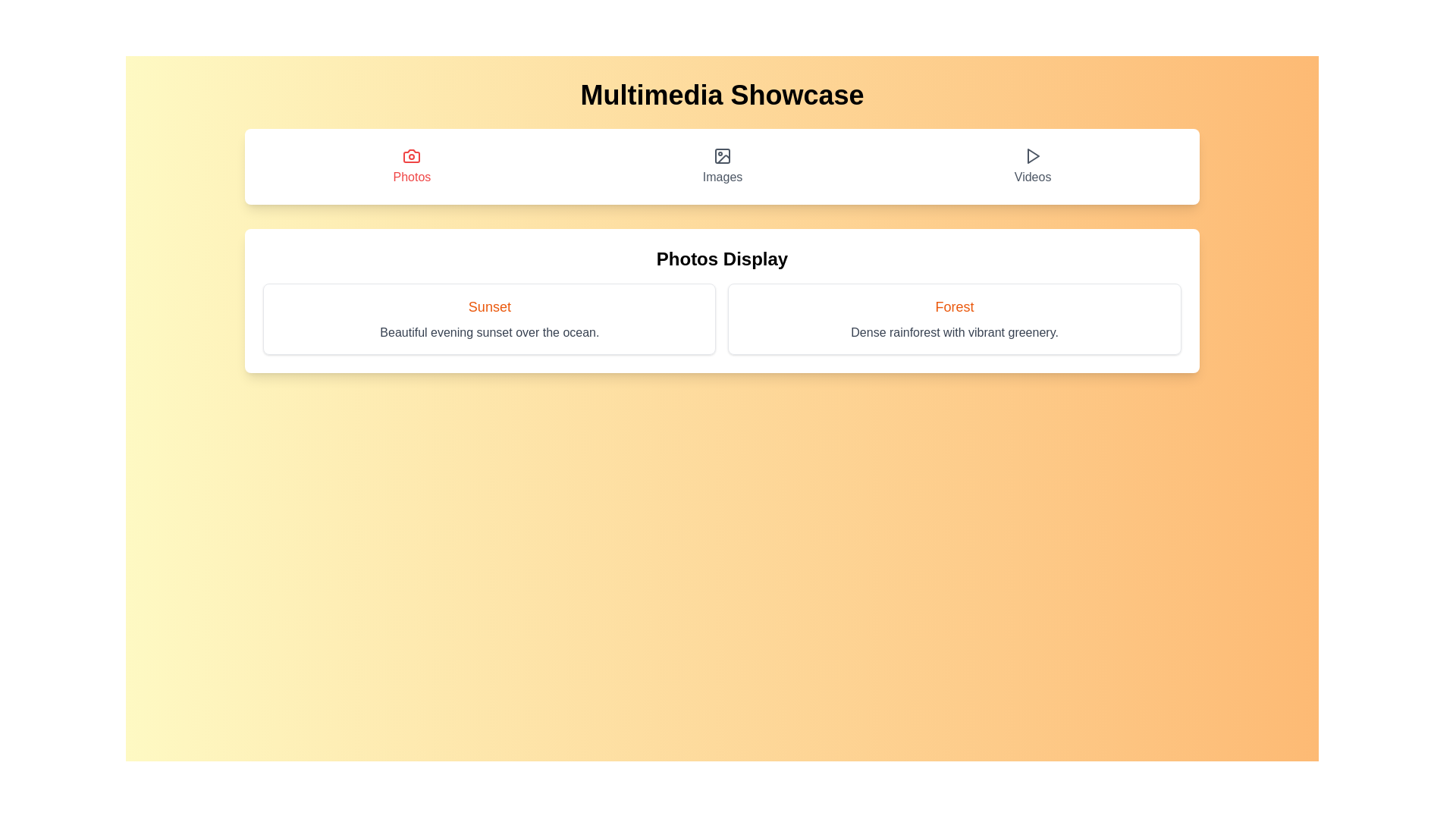 Image resolution: width=1456 pixels, height=819 pixels. Describe the element at coordinates (722, 155) in the screenshot. I see `the small, square-shaped image placeholder icon located centrally above the 'Images' label` at that location.